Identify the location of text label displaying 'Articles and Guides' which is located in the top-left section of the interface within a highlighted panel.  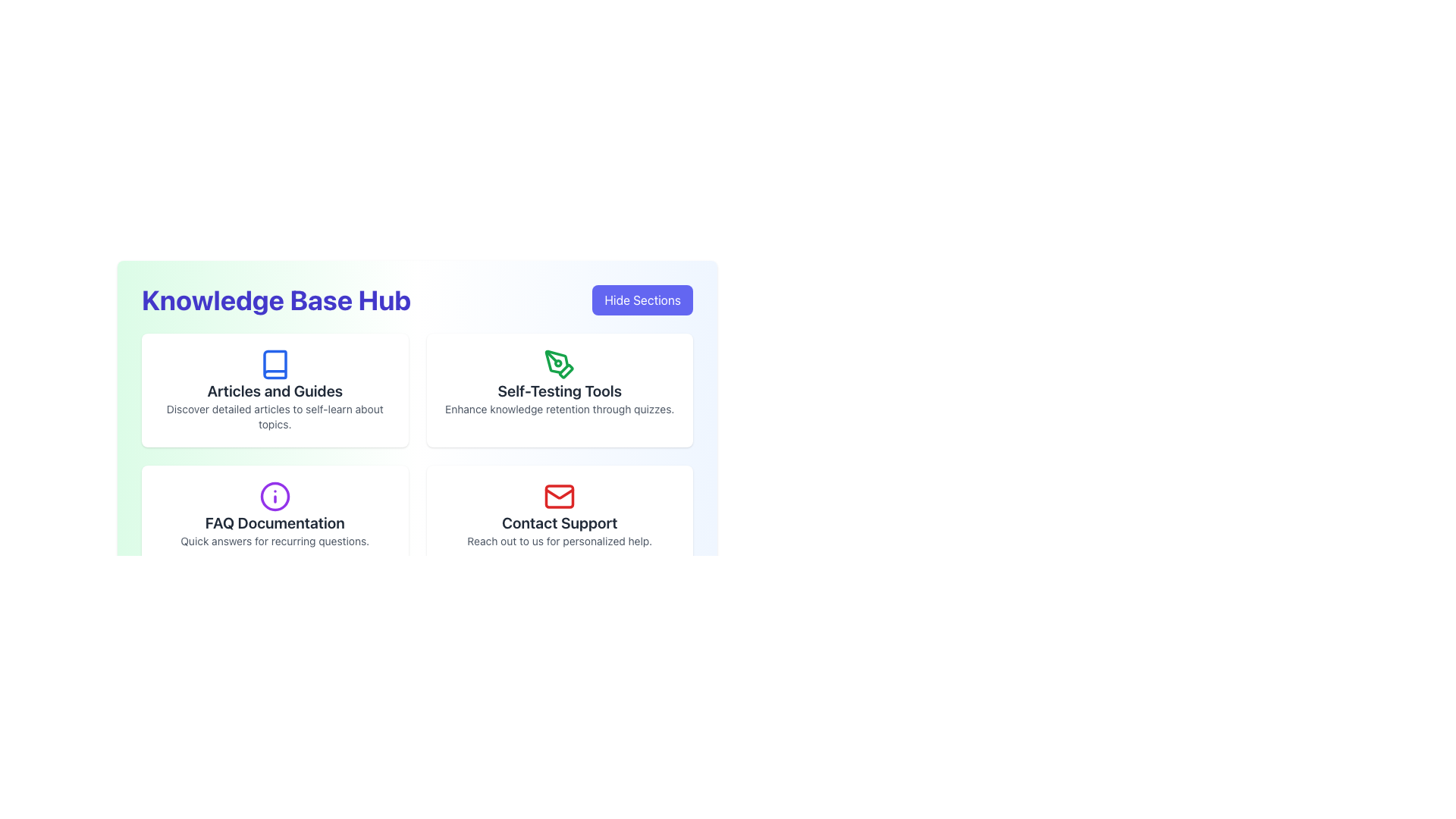
(275, 391).